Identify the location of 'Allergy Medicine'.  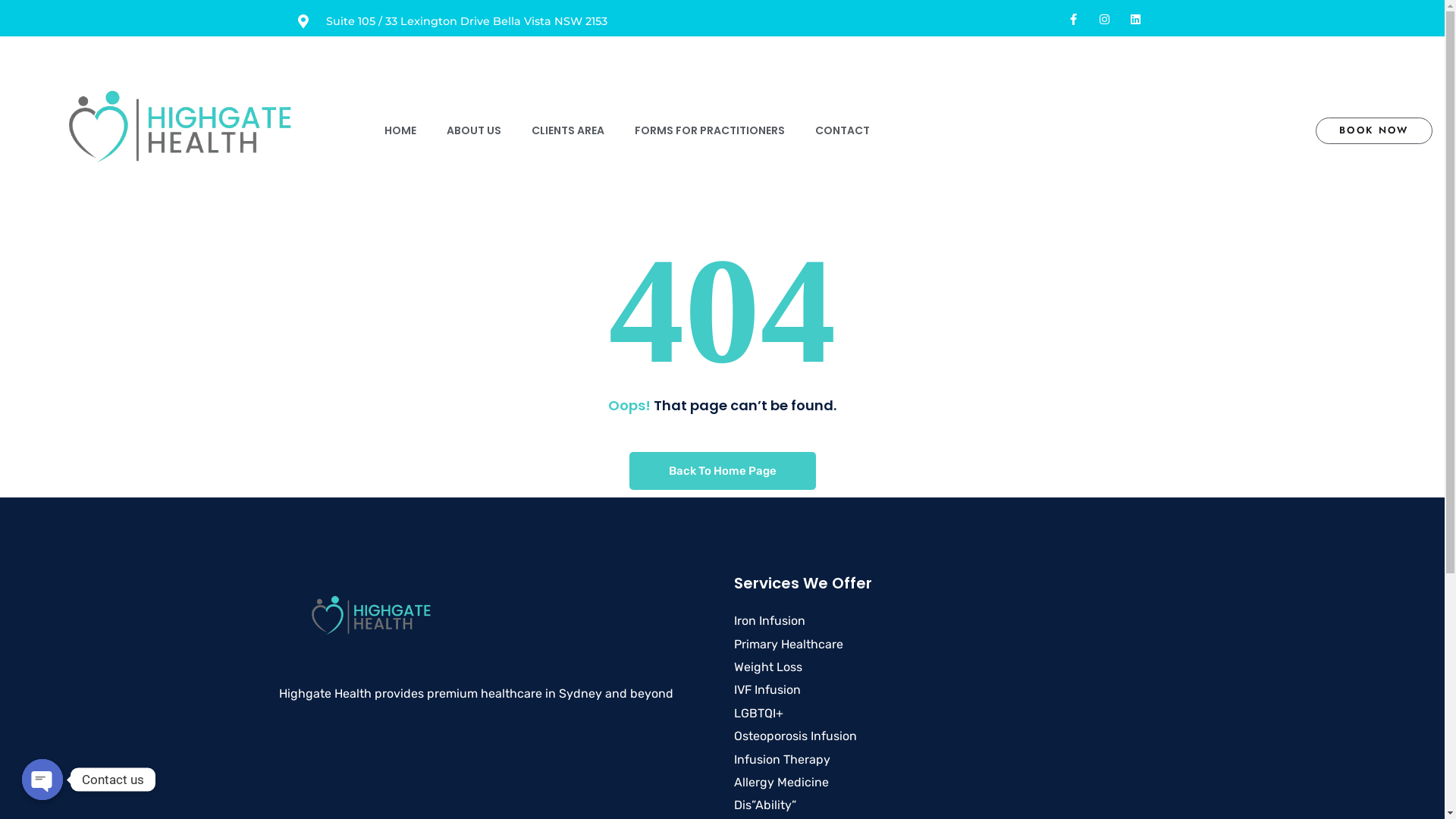
(781, 782).